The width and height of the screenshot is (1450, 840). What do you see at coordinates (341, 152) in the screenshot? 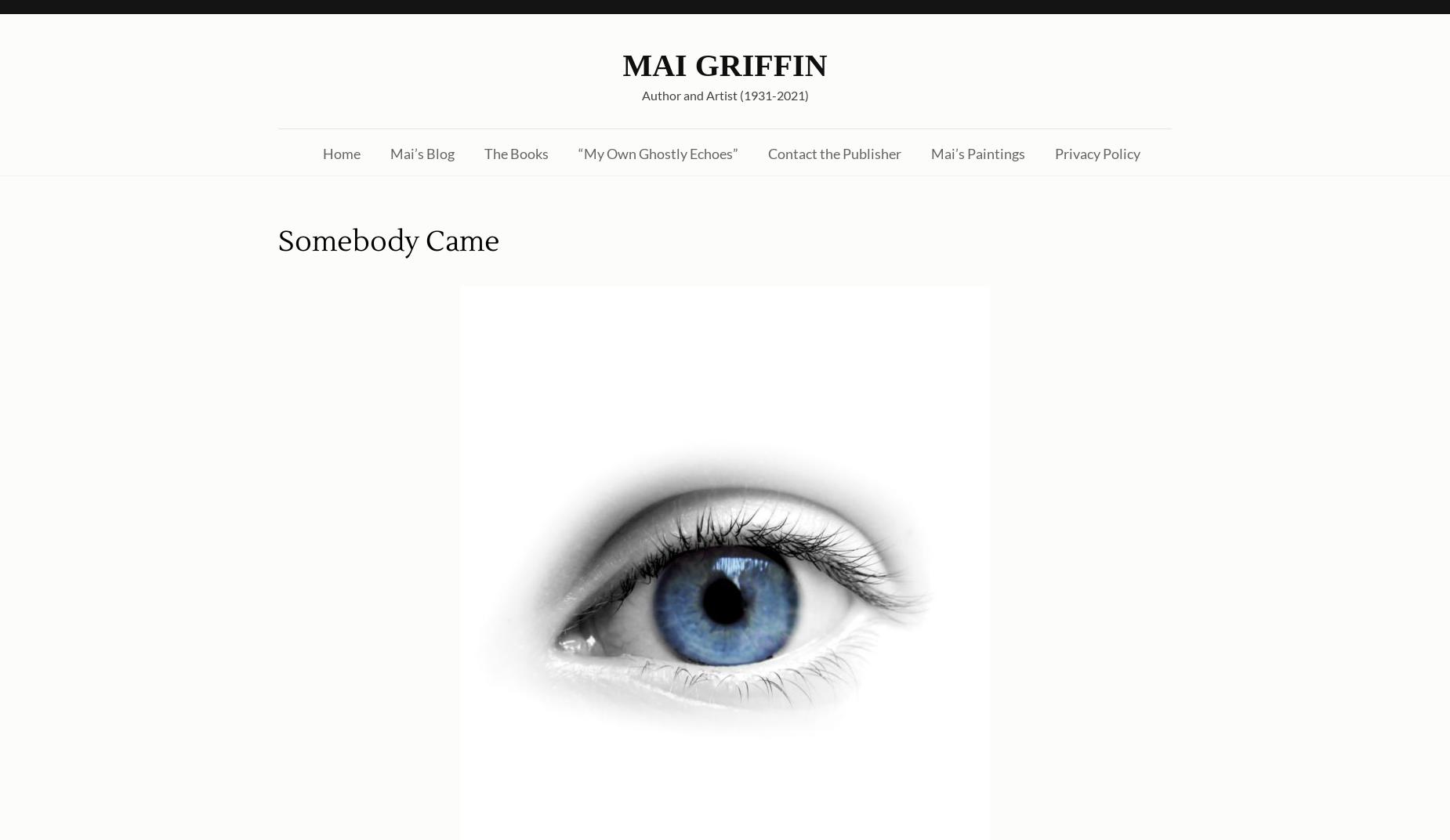
I see `'Home'` at bounding box center [341, 152].